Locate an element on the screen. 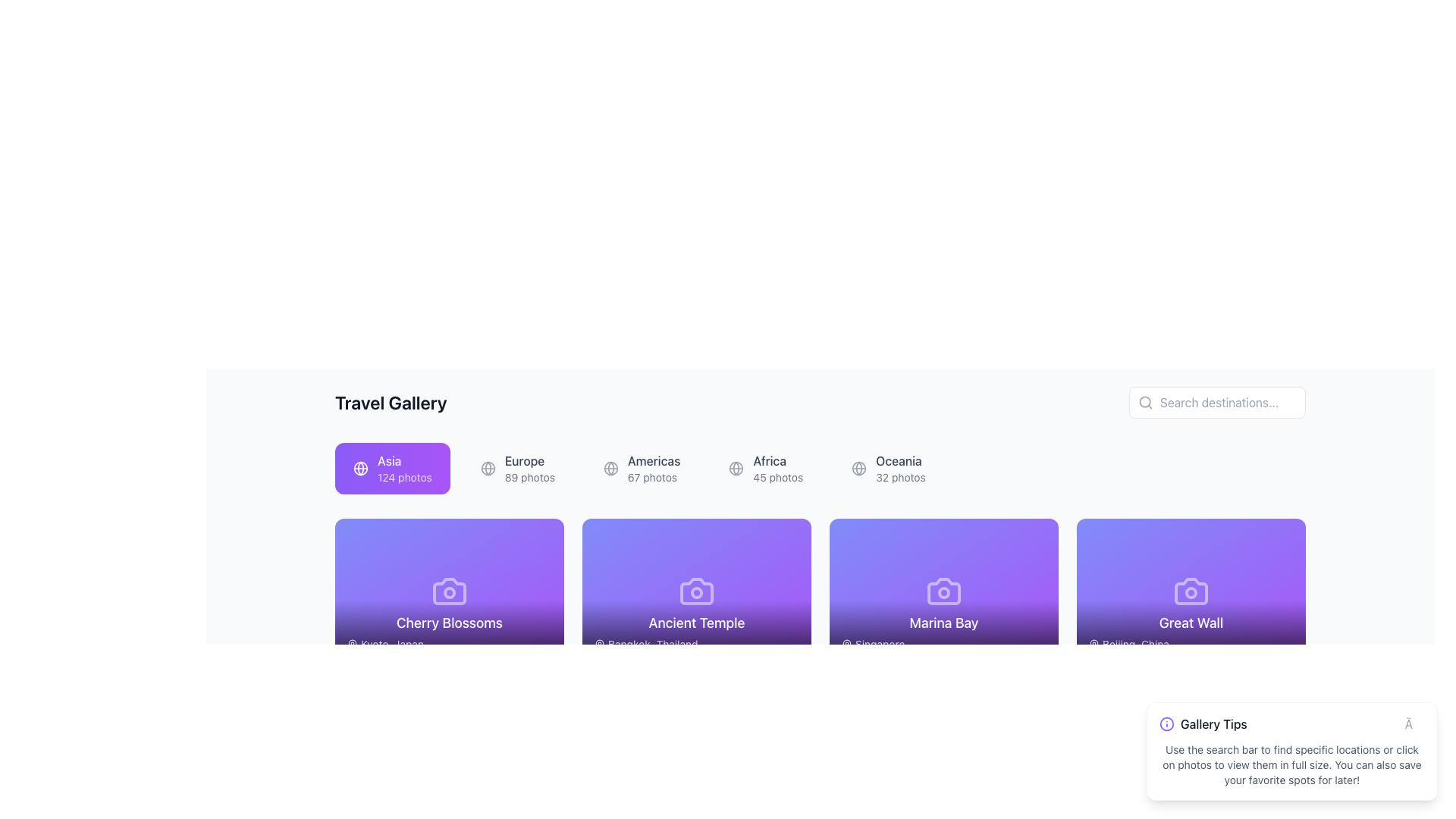  the gray globe icon representing the Americas in the navigation section is located at coordinates (610, 467).